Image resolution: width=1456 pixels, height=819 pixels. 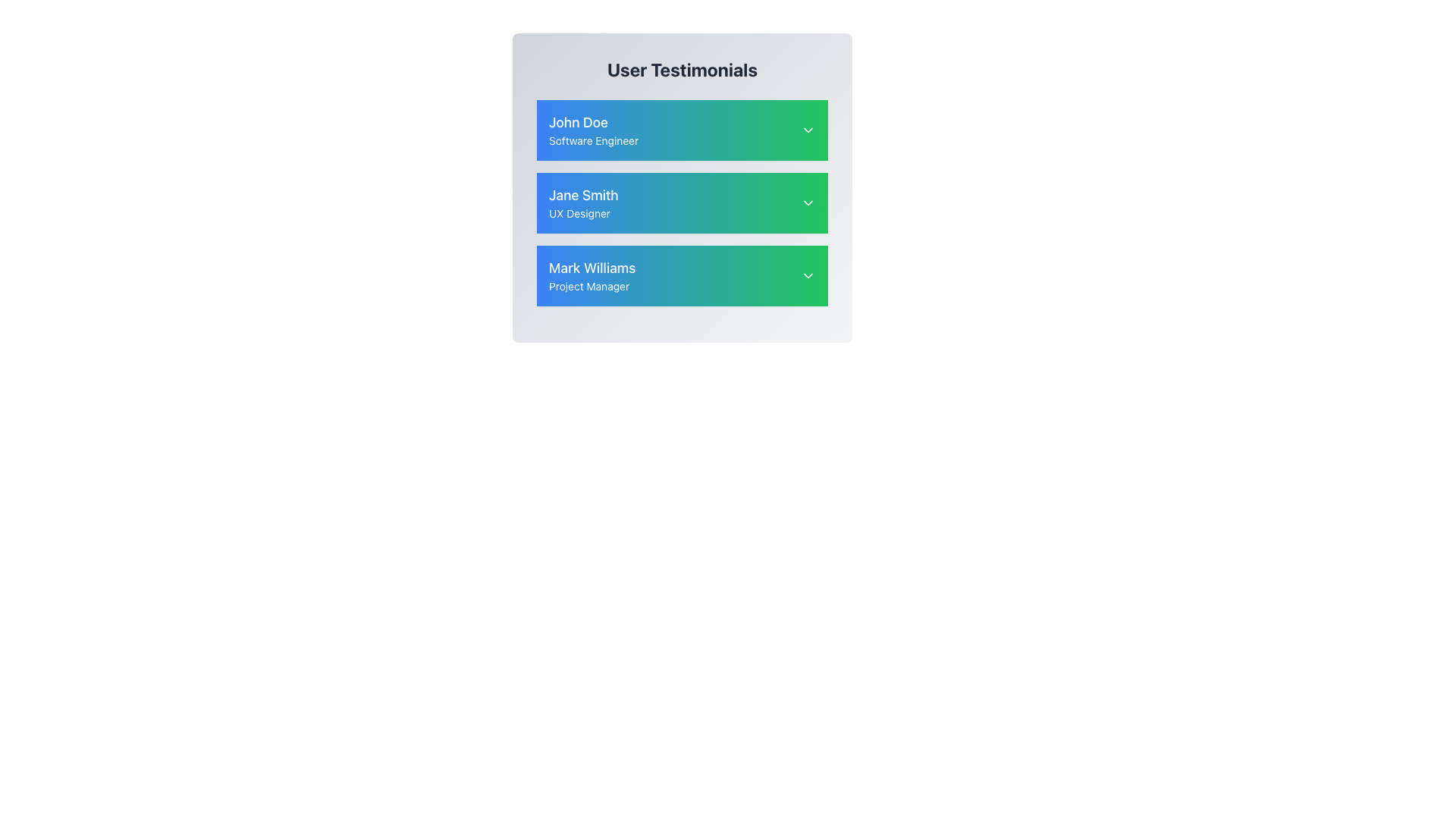 I want to click on the Informational Card that displays 'Mark Williams' and 'Project Manager' with a gradient background, located at the bottom of the User Testimonials box, so click(x=682, y=275).